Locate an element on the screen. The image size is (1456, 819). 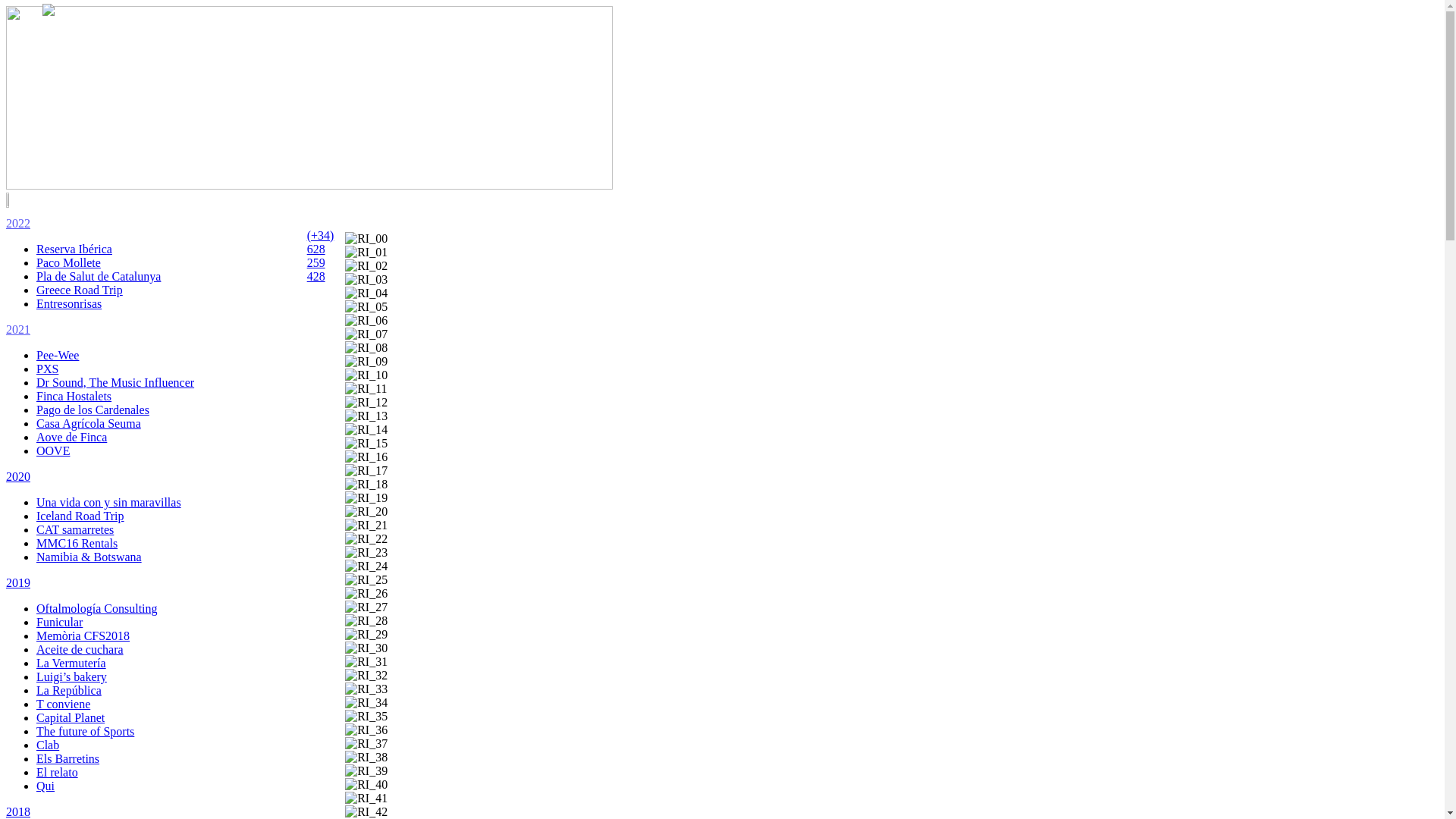
'The future of Sports' is located at coordinates (84, 730).